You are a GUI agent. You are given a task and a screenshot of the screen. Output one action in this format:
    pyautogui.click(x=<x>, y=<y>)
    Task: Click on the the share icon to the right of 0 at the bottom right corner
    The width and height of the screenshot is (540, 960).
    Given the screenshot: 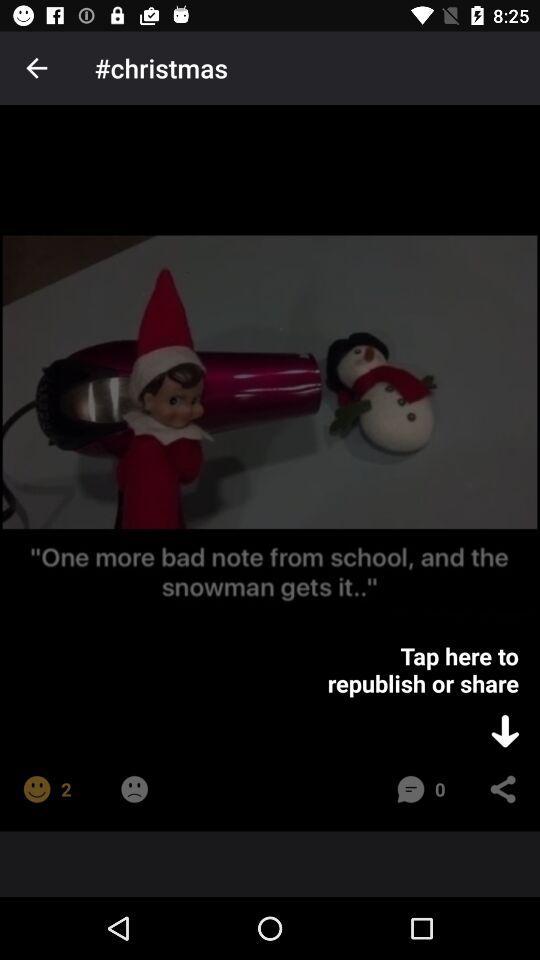 What is the action you would take?
    pyautogui.click(x=502, y=789)
    